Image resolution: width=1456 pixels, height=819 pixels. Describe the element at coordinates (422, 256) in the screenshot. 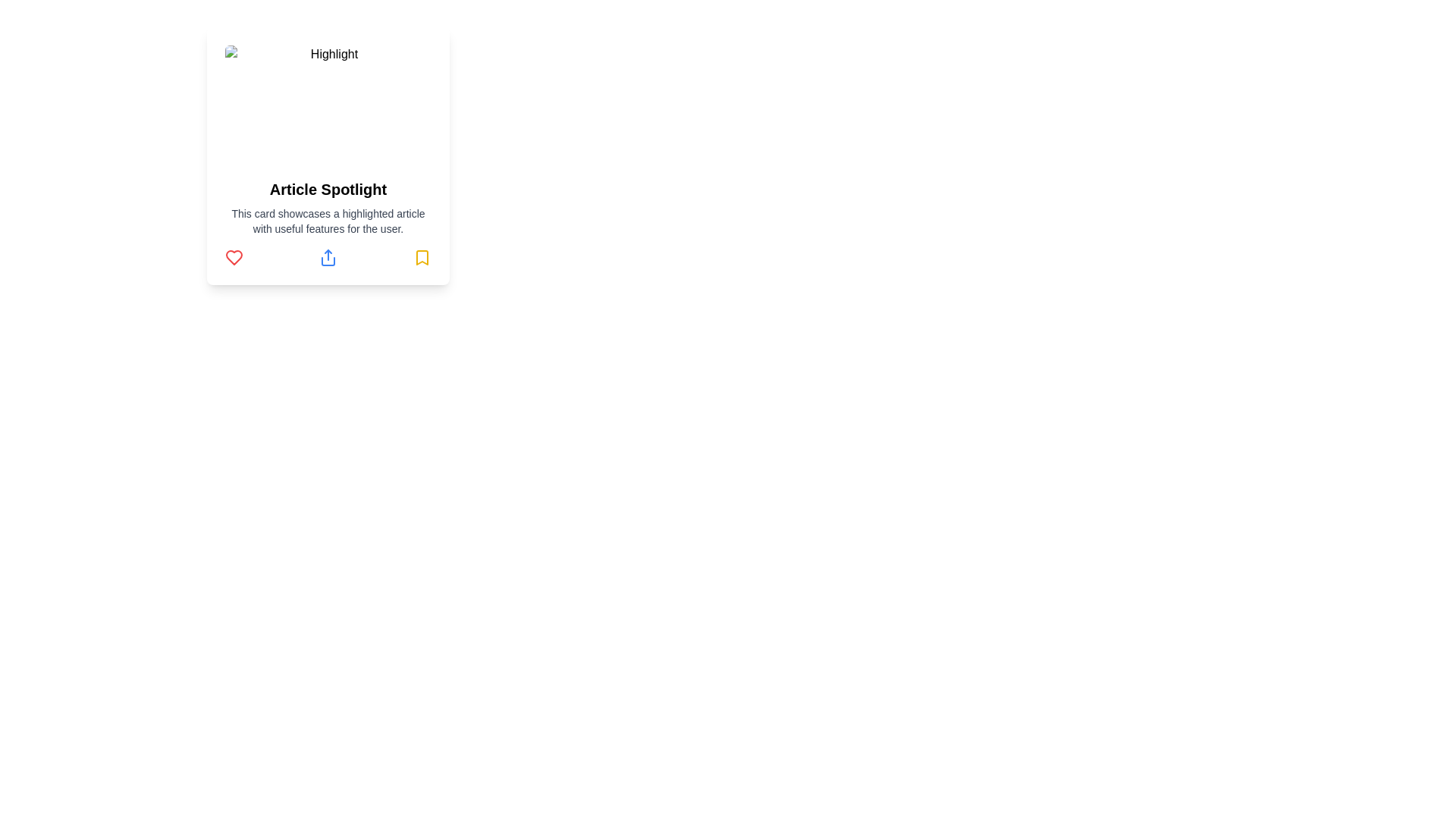

I see `the bookmark icon located at the bottom-right corner of the card interface` at that location.